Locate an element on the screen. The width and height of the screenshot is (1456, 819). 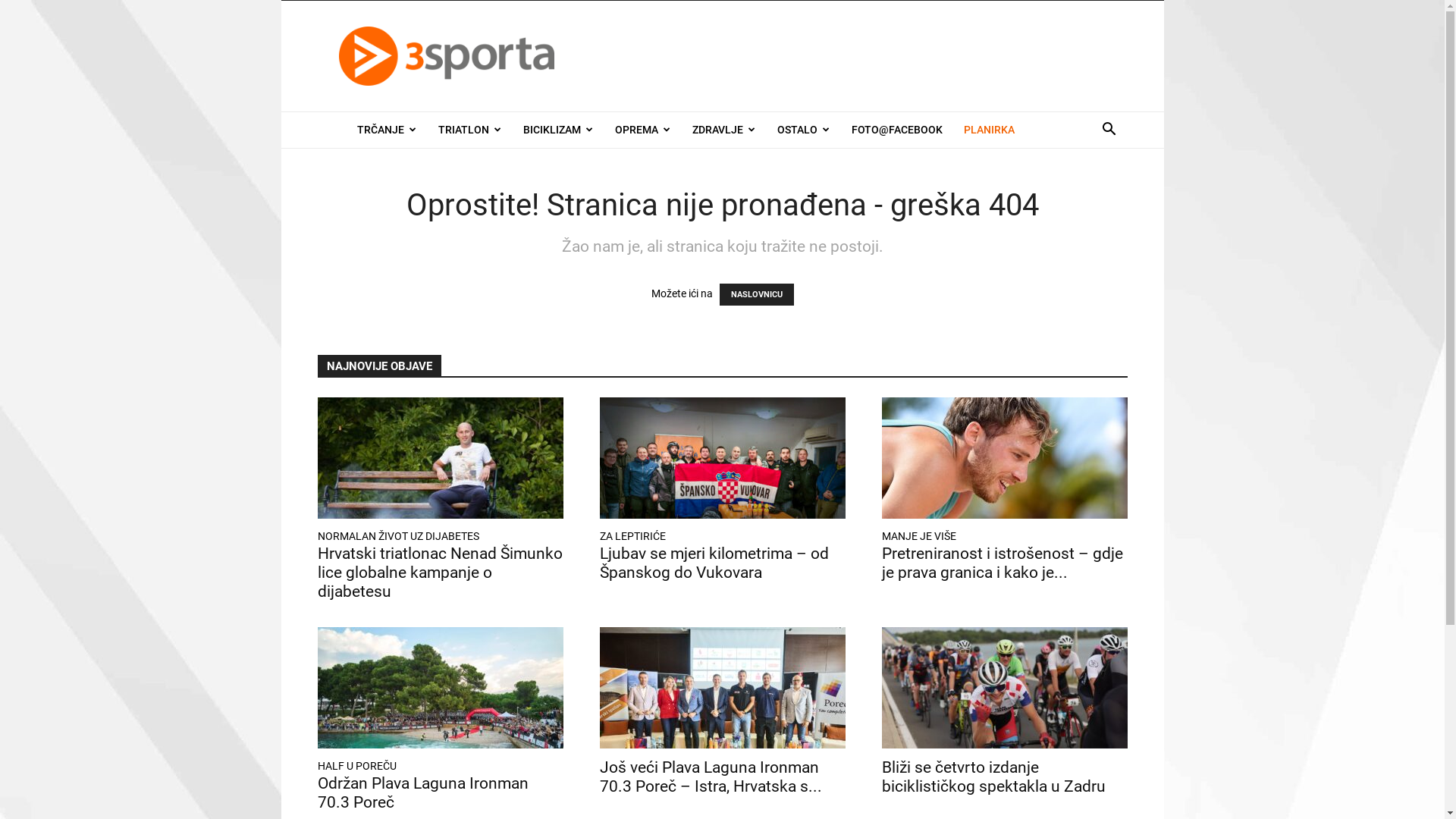
'OPREMA' is located at coordinates (642, 128).